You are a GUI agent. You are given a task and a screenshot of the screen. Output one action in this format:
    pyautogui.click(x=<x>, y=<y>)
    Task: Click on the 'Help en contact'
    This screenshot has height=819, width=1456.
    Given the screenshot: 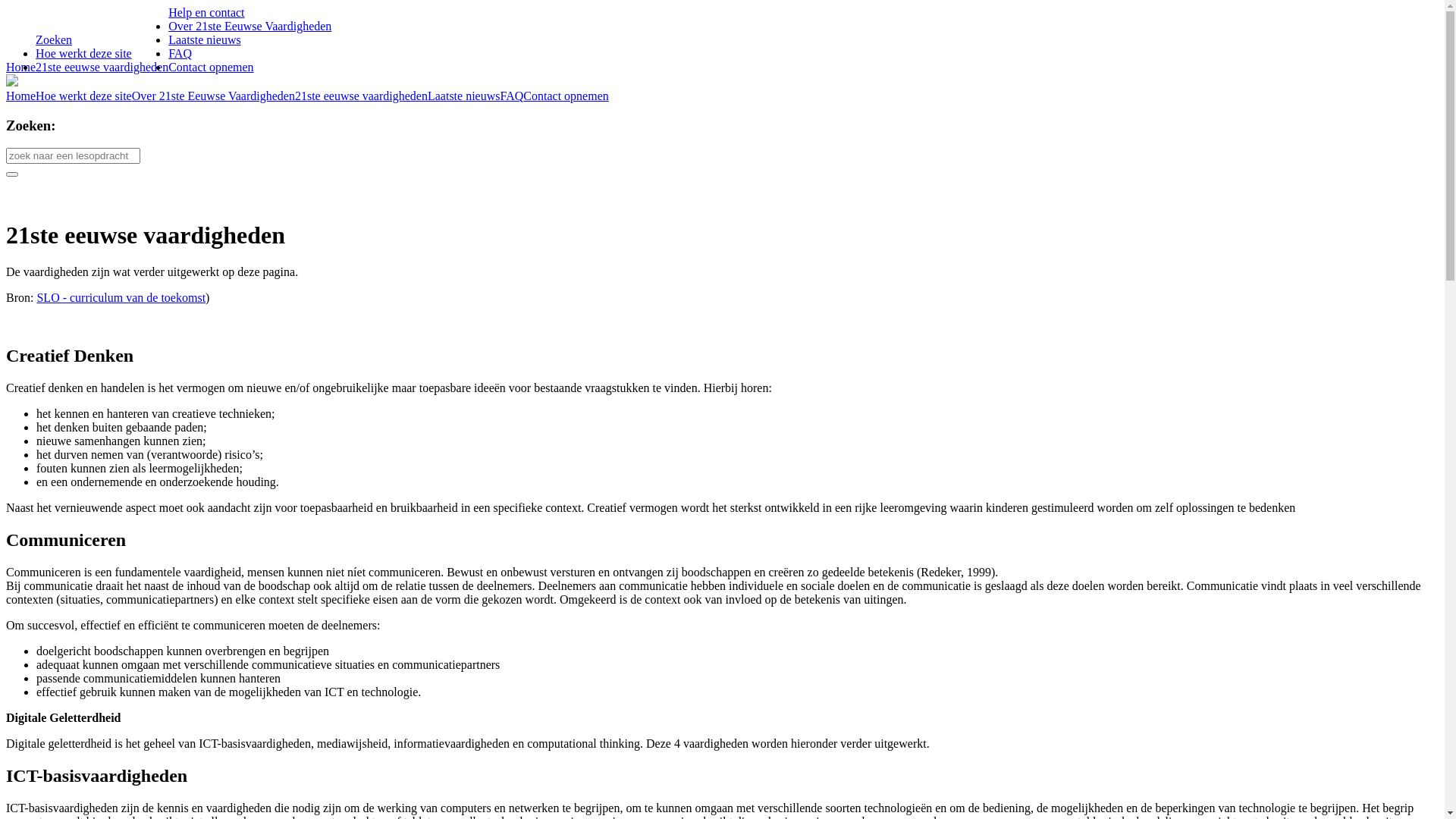 What is the action you would take?
    pyautogui.click(x=206, y=12)
    